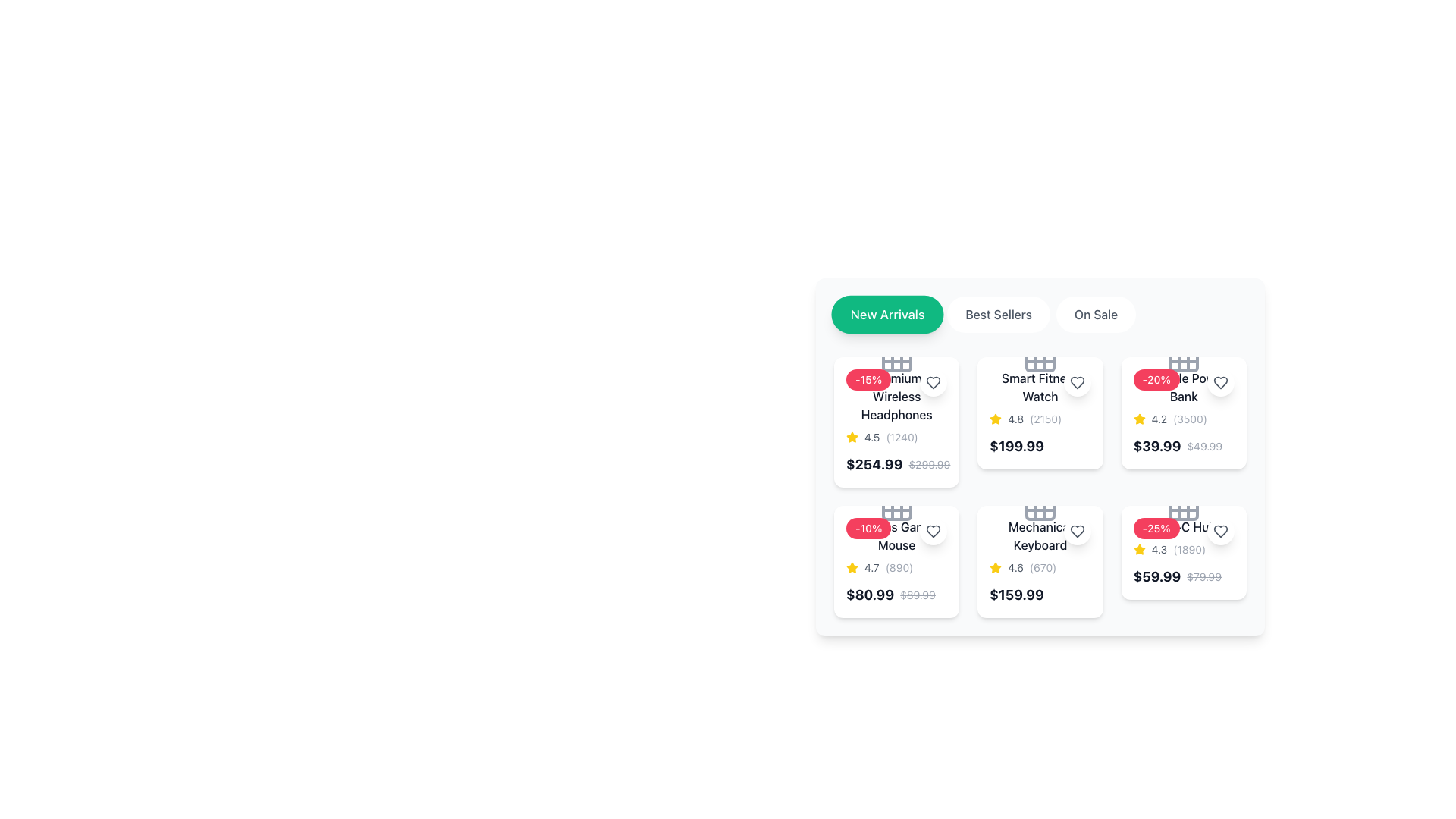 The width and height of the screenshot is (1456, 819). I want to click on the grid-like icon above the 'Wireless Headphones' text in the 'New Arrivals' section, so click(896, 356).